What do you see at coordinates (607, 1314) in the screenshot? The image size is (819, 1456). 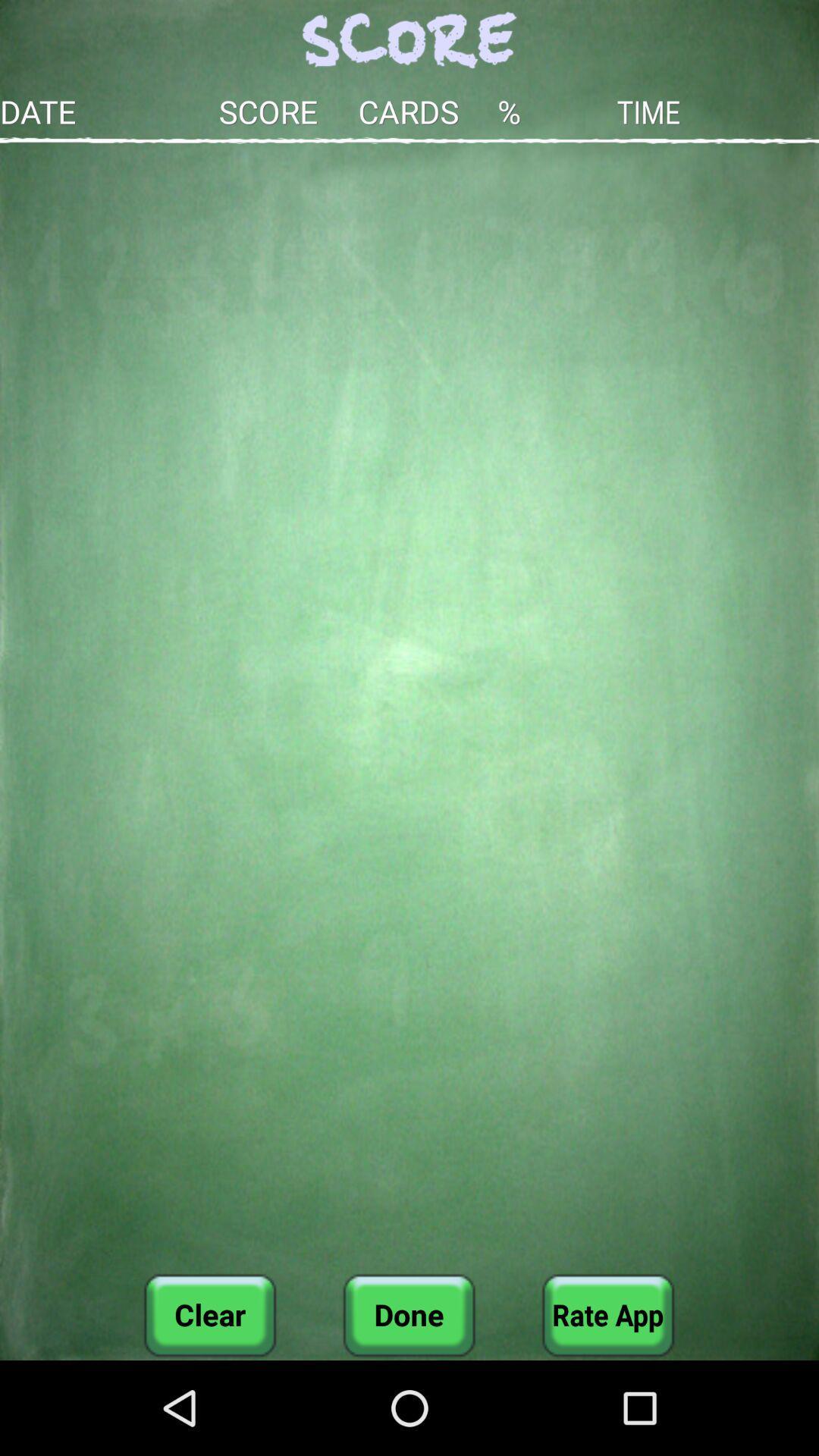 I see `the button to the right of the done` at bounding box center [607, 1314].